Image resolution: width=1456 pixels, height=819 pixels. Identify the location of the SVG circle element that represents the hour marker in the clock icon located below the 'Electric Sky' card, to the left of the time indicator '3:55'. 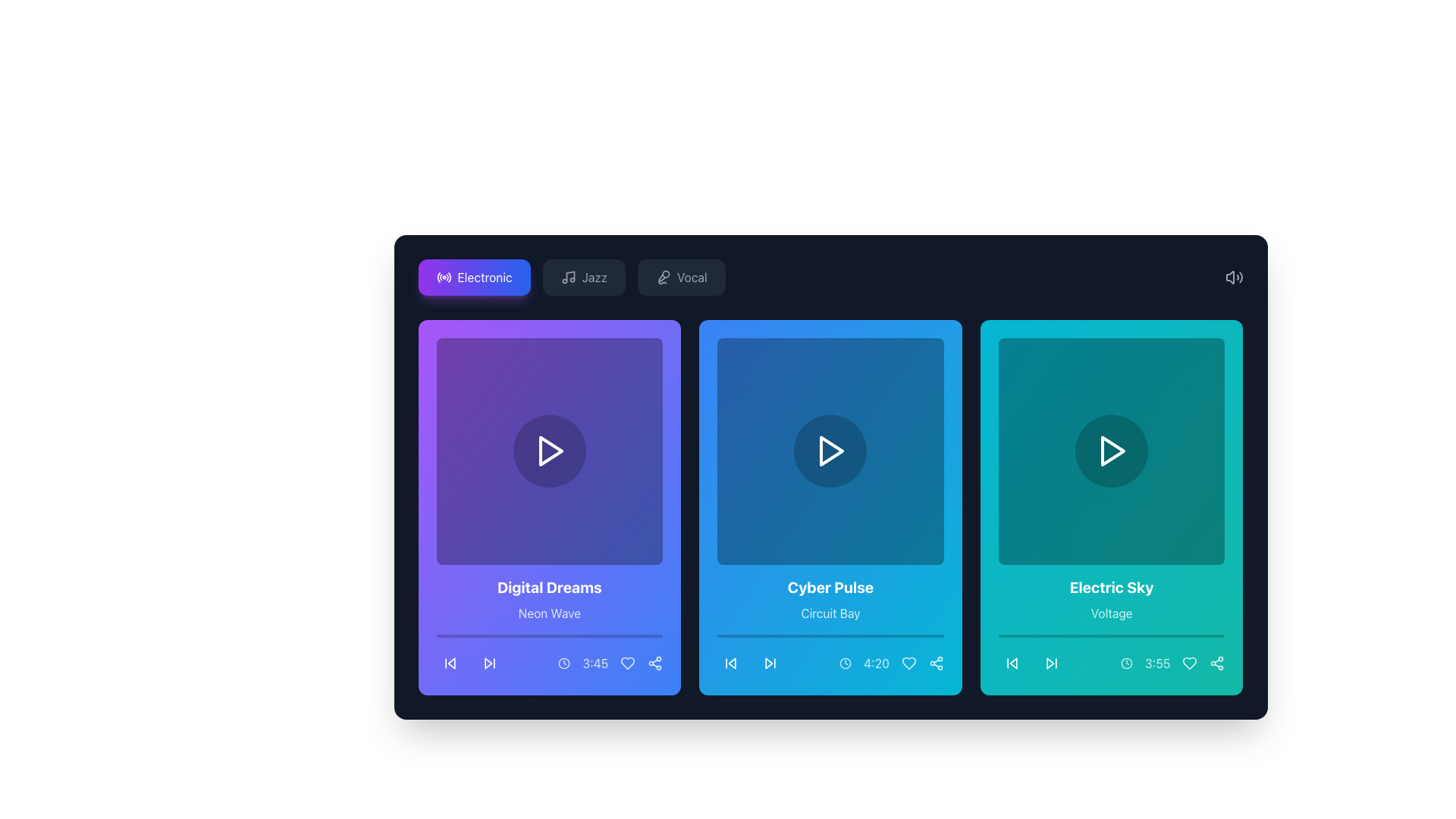
(1126, 662).